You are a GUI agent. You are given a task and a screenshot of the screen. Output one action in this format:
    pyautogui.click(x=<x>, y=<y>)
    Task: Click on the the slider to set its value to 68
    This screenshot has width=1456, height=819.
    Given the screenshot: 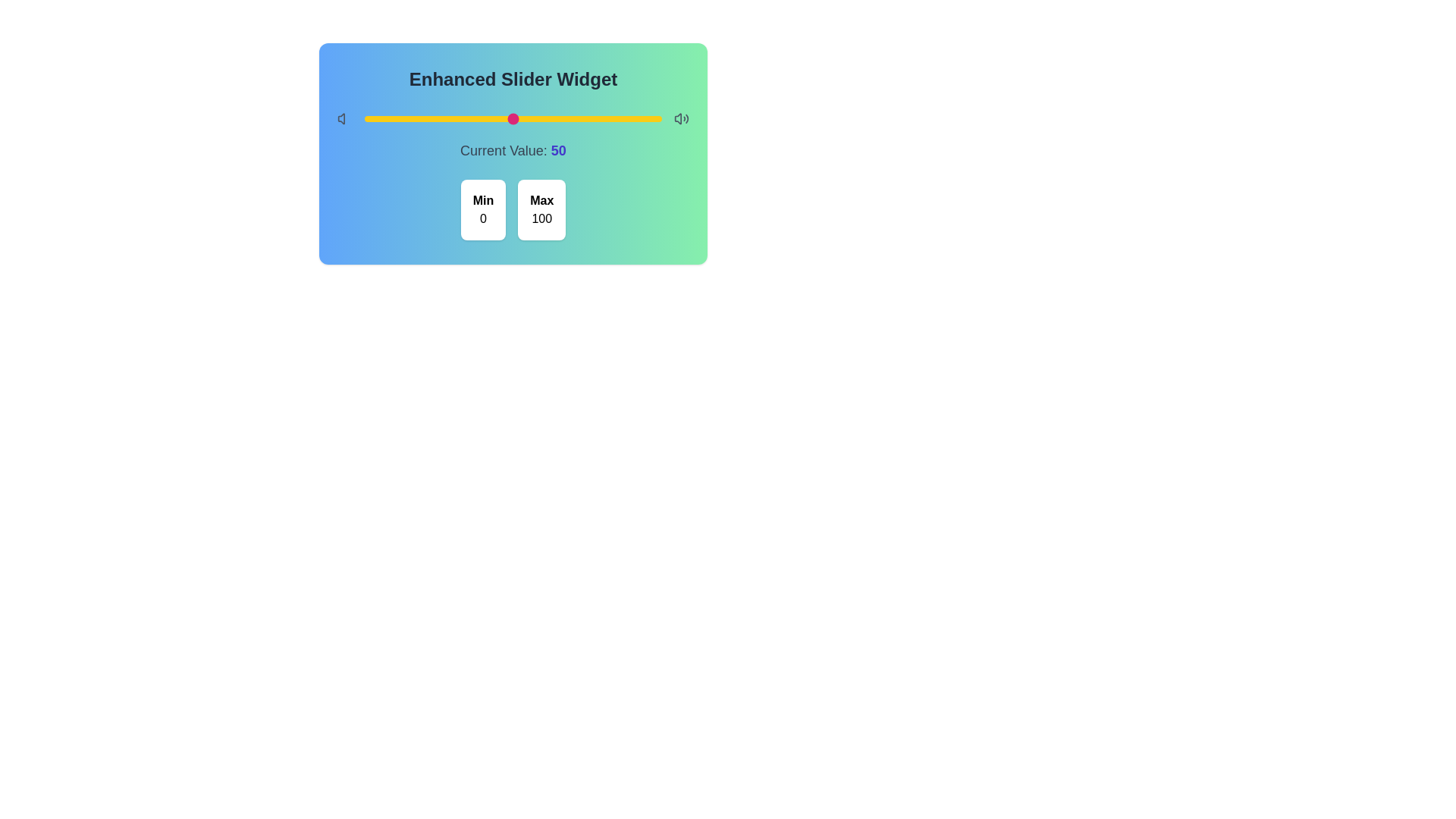 What is the action you would take?
    pyautogui.click(x=566, y=118)
    